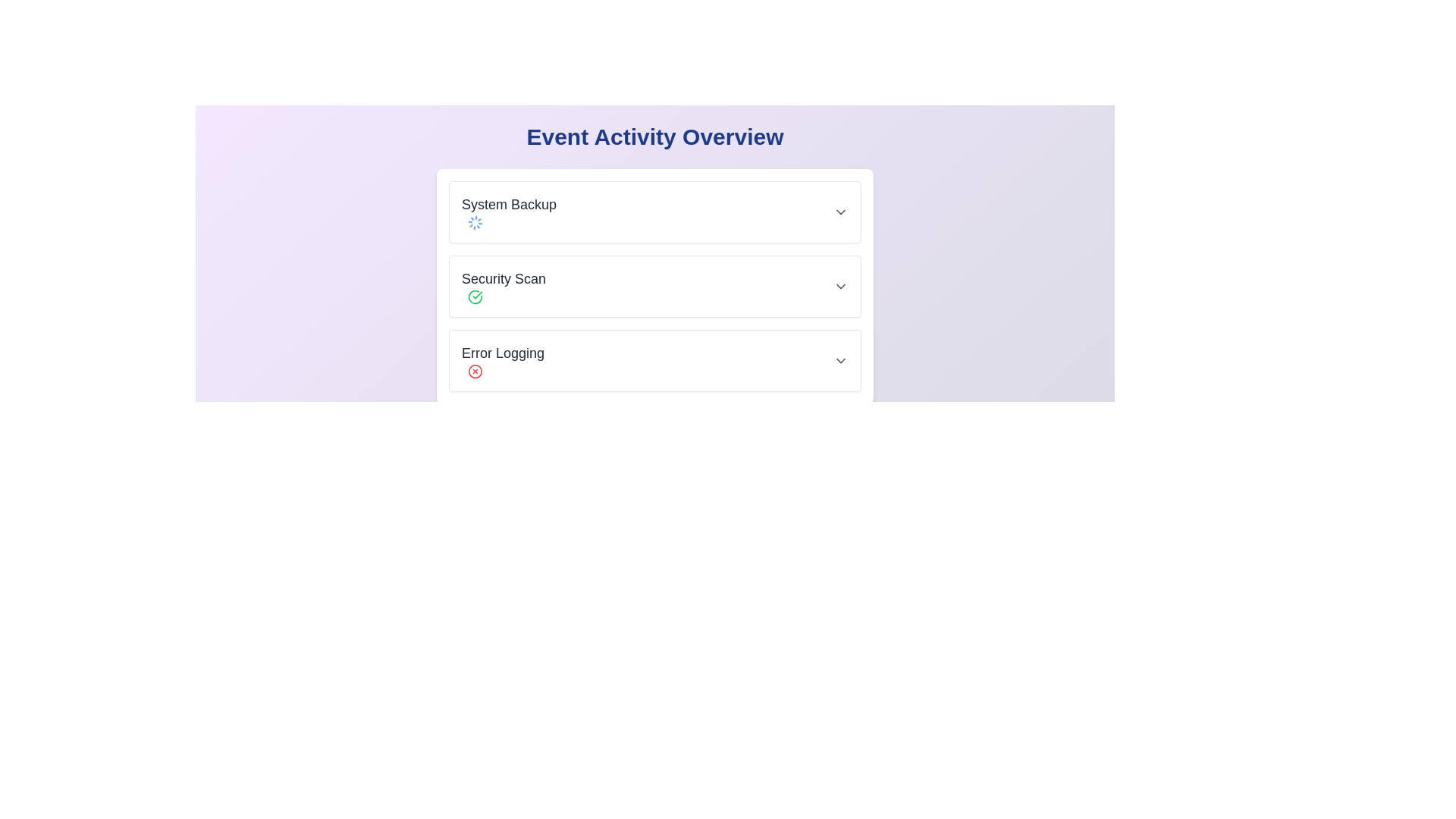  What do you see at coordinates (475, 371) in the screenshot?
I see `the error indicator icon located next to the 'Error Logging' text, which serves as a visual indicator of an error or issue` at bounding box center [475, 371].